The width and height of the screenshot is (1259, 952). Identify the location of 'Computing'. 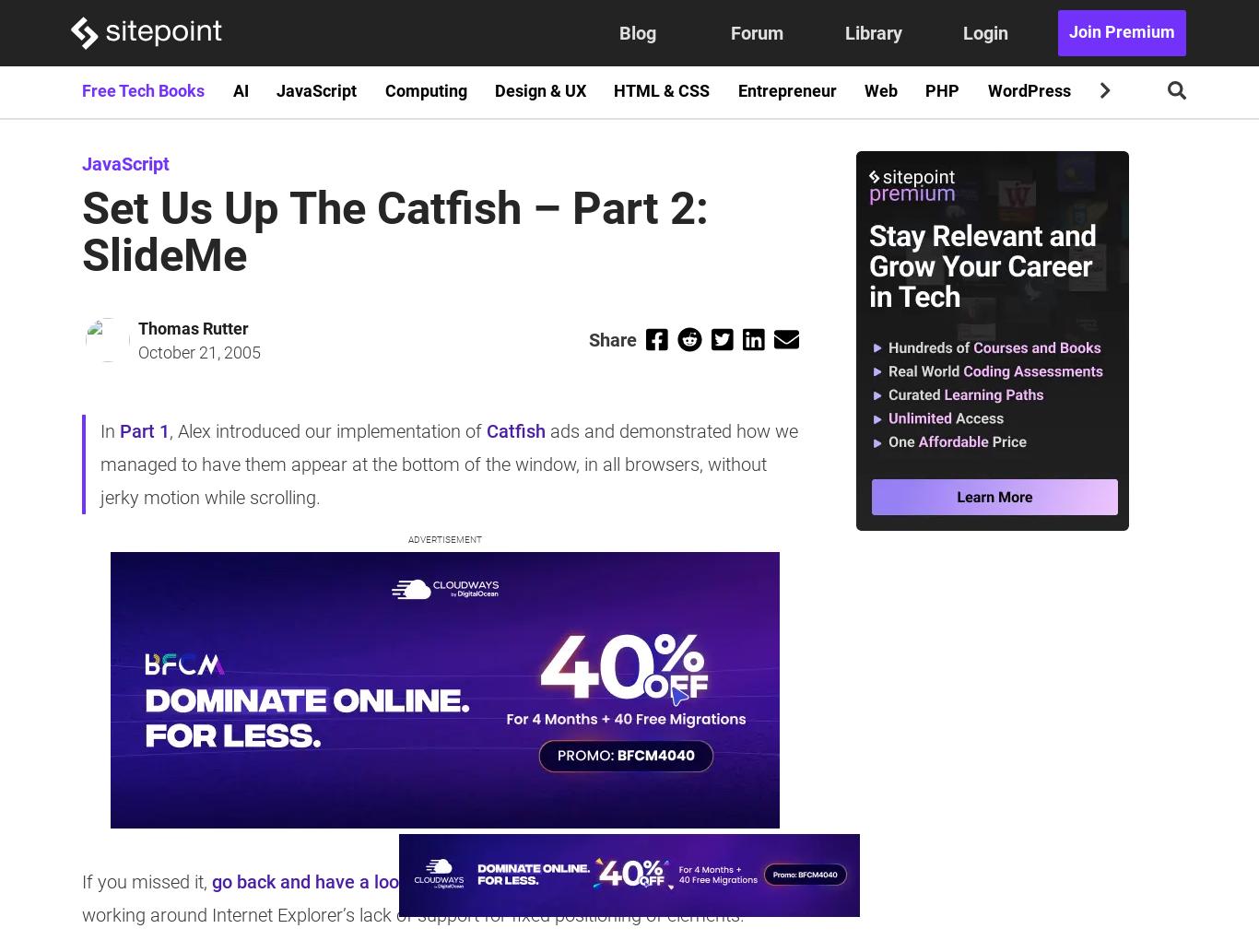
(425, 90).